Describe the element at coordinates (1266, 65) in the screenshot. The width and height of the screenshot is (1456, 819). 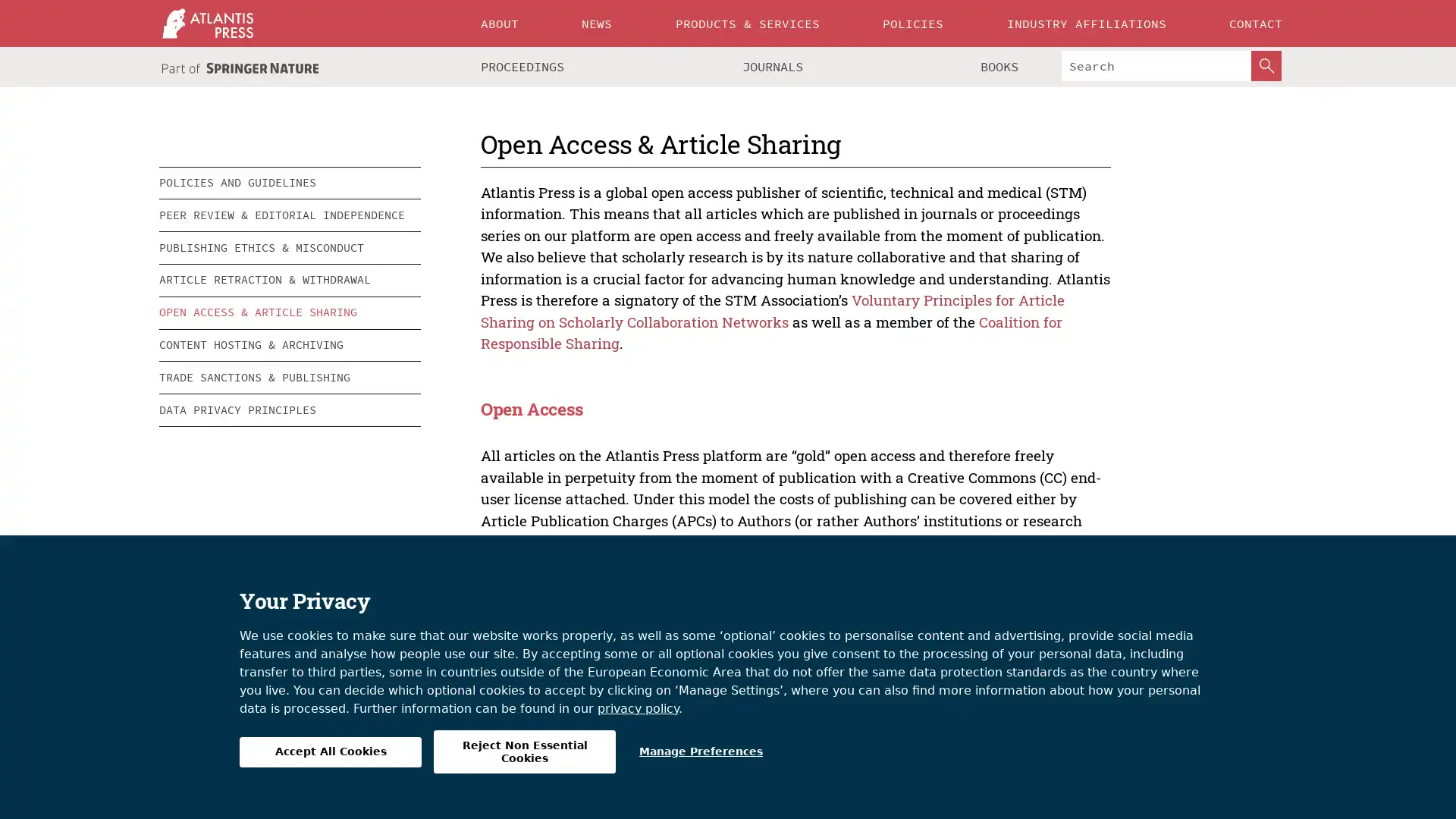
I see `SearchButton` at that location.